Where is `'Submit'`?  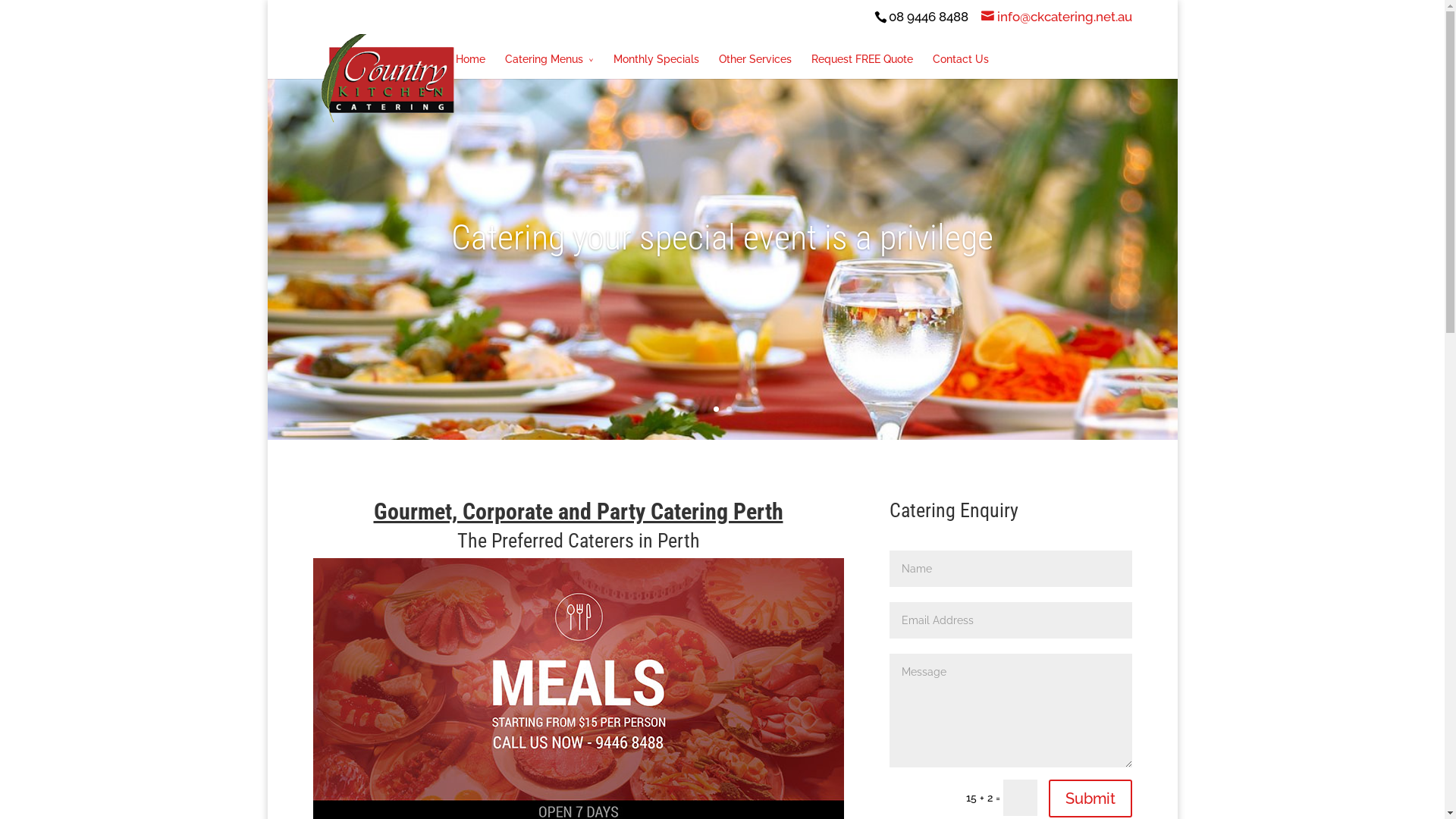 'Submit' is located at coordinates (1088, 798).